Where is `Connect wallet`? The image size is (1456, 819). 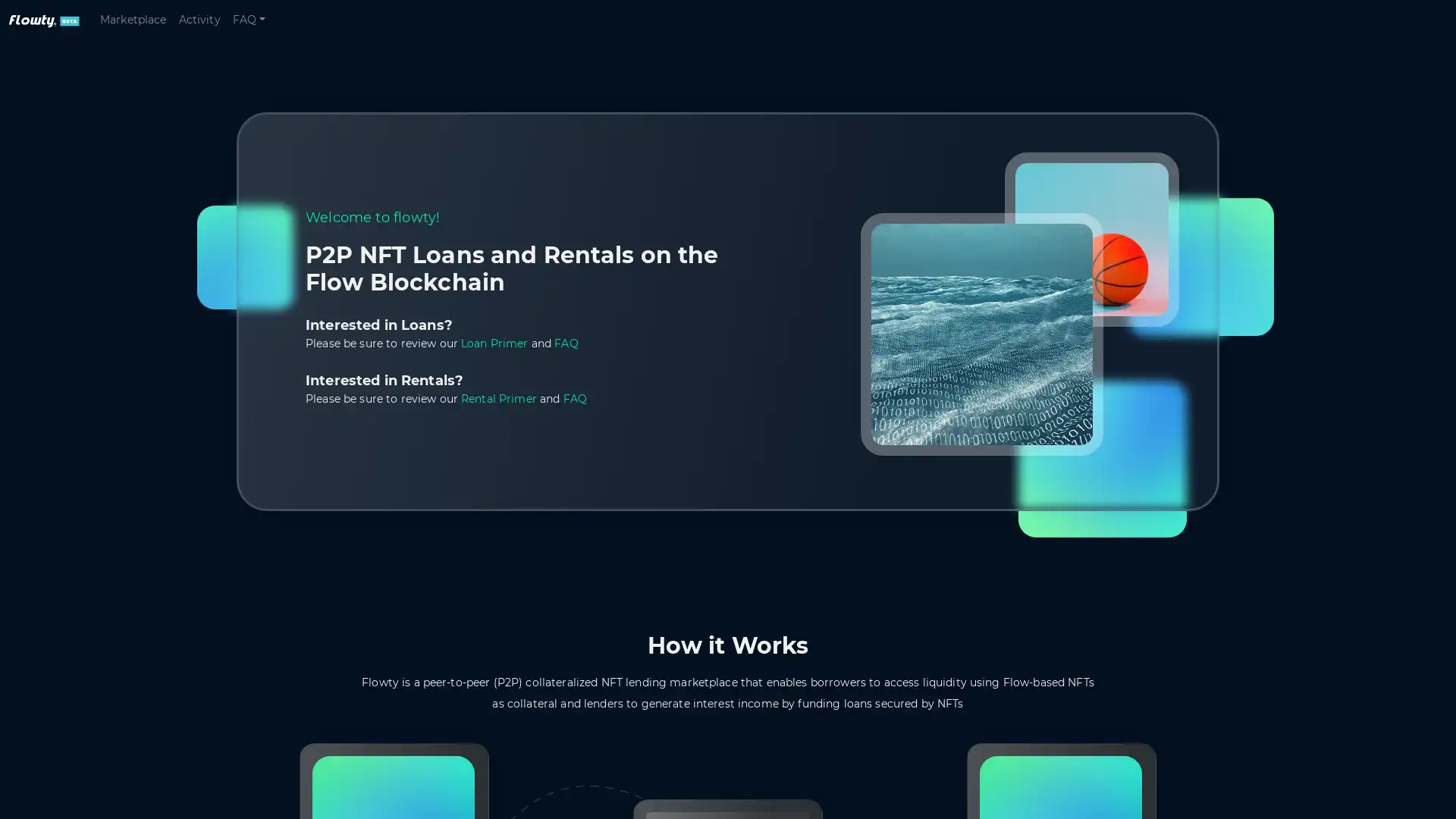
Connect wallet is located at coordinates (1389, 20).